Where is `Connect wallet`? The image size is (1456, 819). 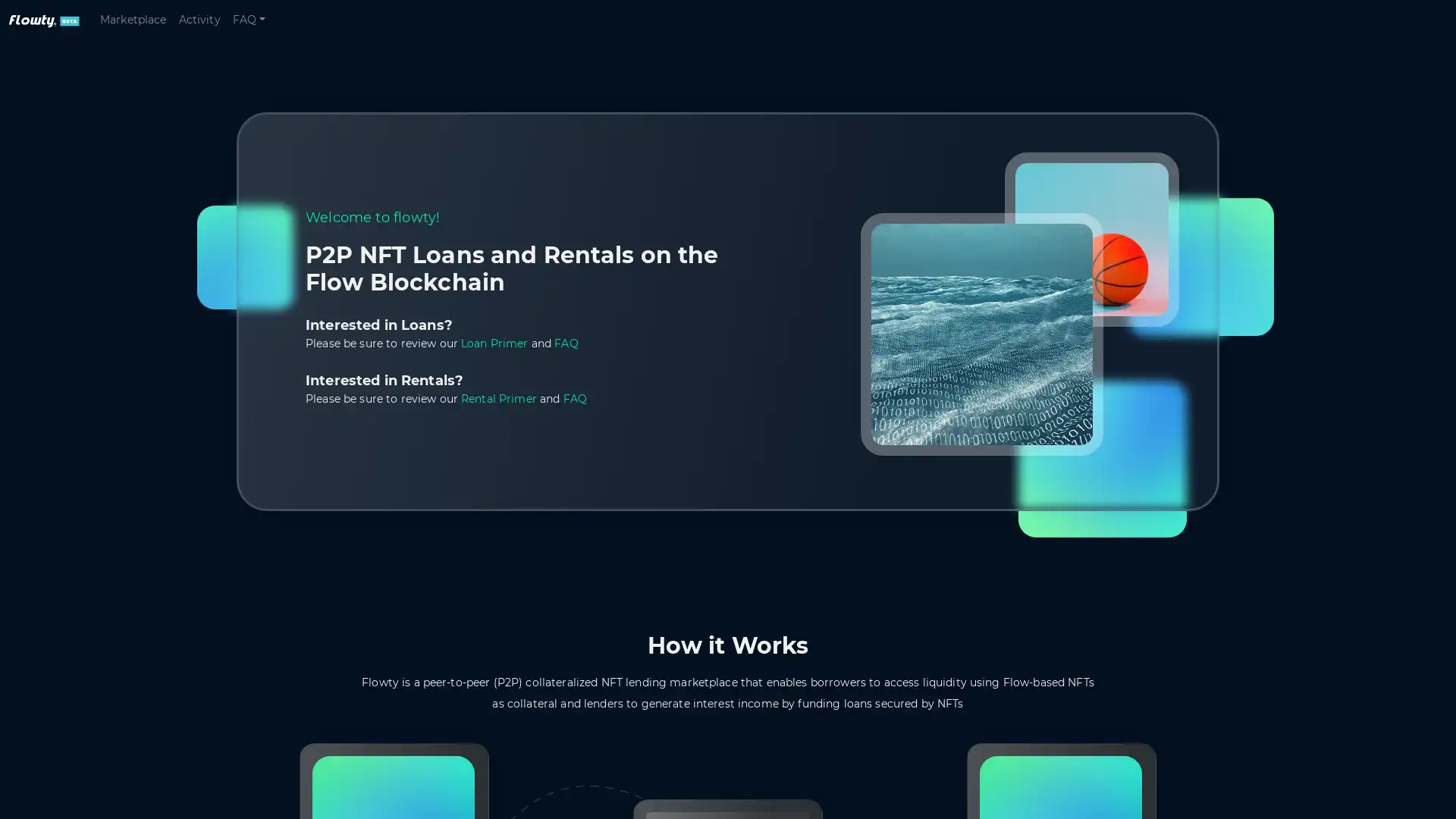
Connect wallet is located at coordinates (1389, 20).